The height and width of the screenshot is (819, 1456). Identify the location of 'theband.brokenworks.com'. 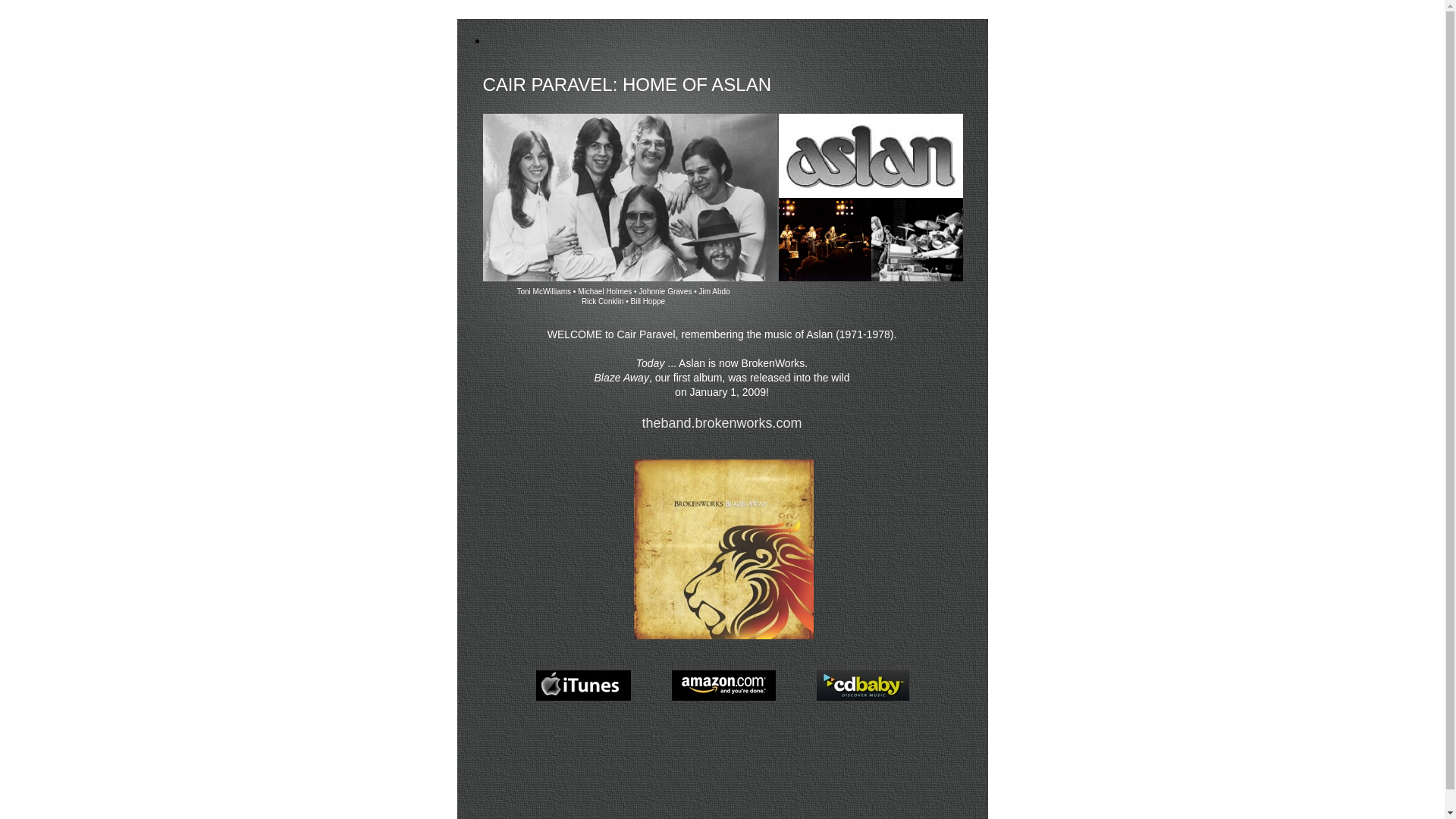
(641, 423).